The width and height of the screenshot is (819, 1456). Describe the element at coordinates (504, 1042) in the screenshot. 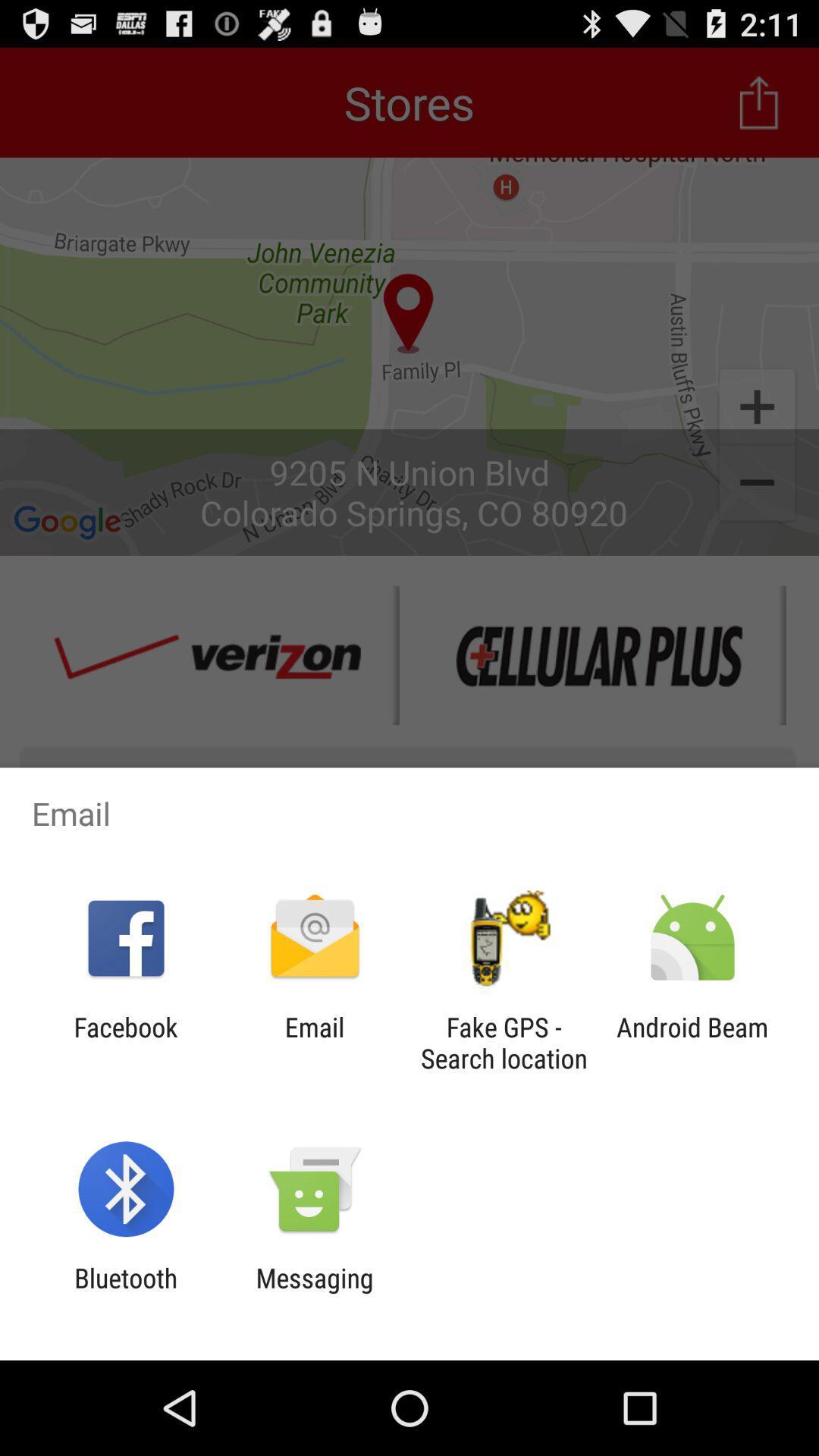

I see `item next to the email` at that location.